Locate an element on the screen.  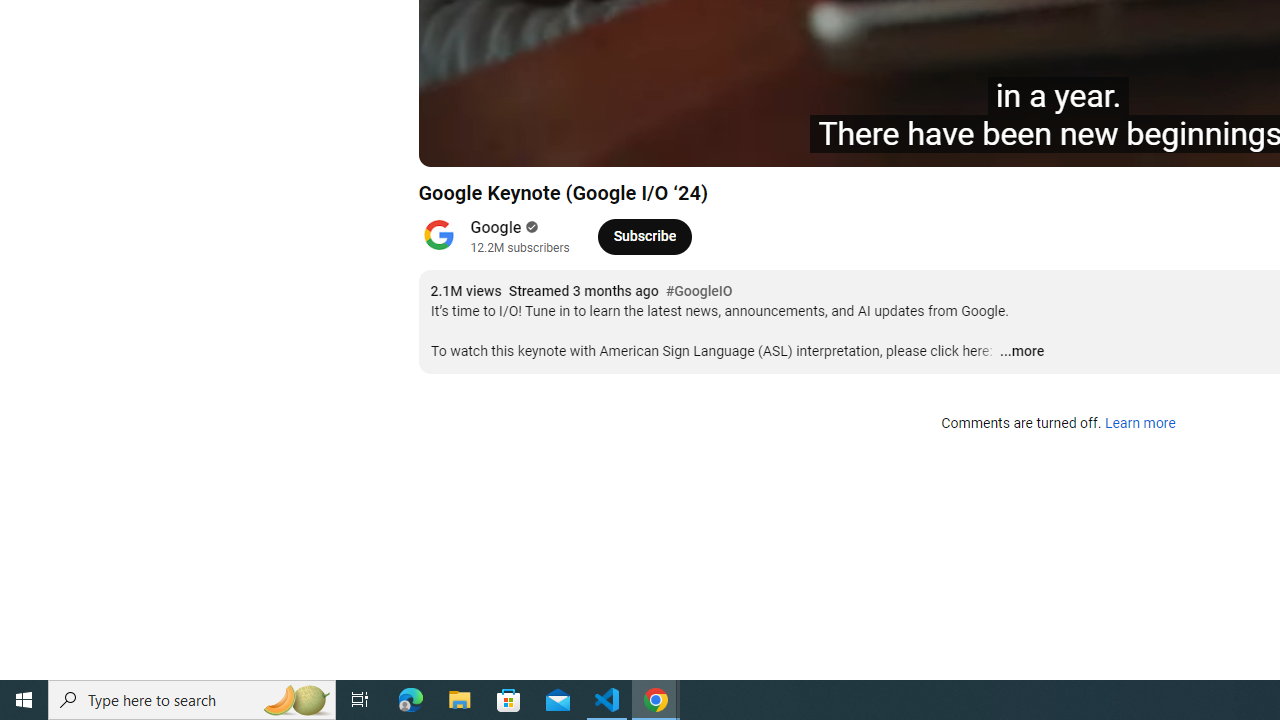
'#GoogleIO' is located at coordinates (699, 291).